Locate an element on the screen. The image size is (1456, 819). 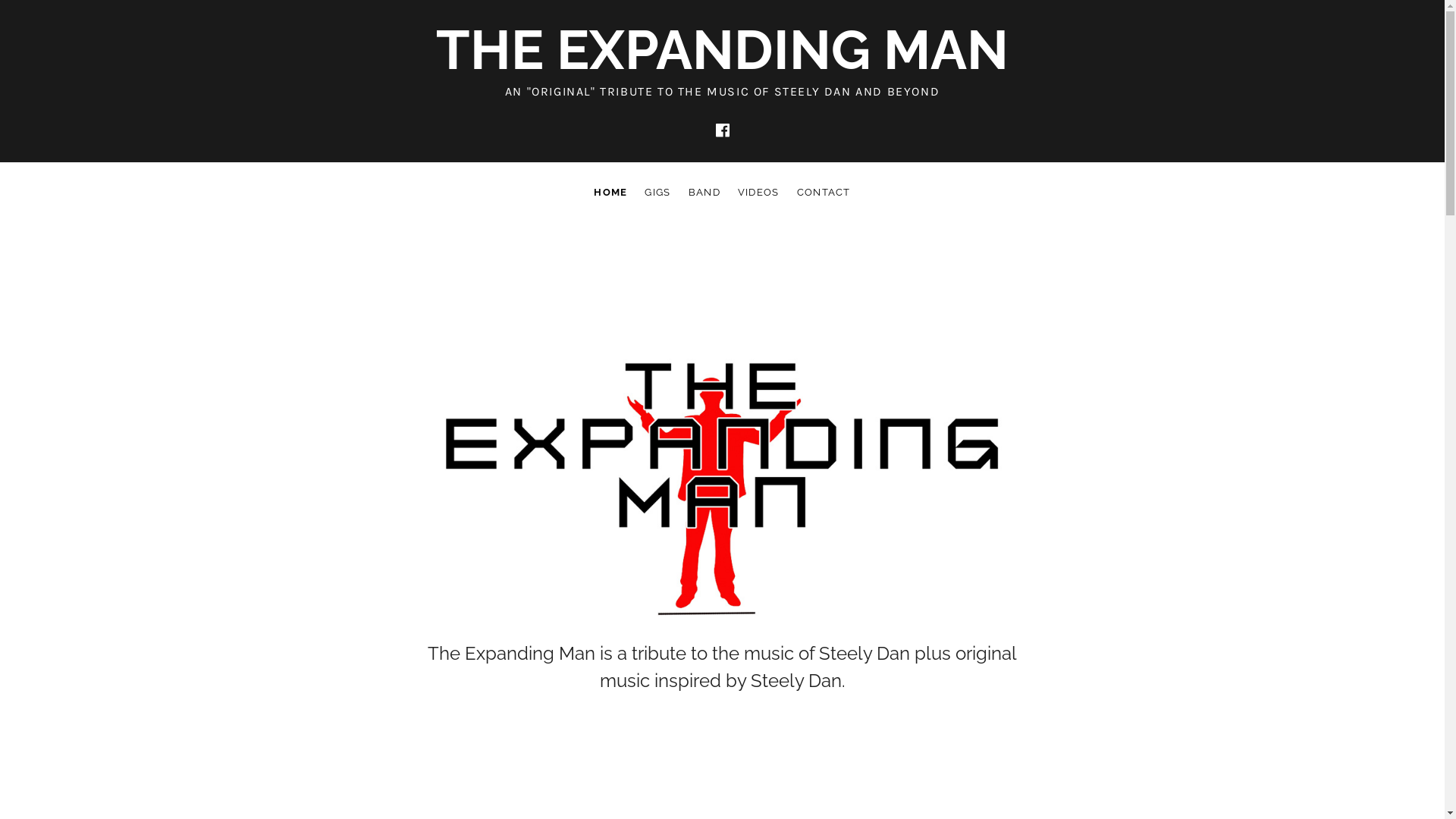
'Facebook' is located at coordinates (720, 130).